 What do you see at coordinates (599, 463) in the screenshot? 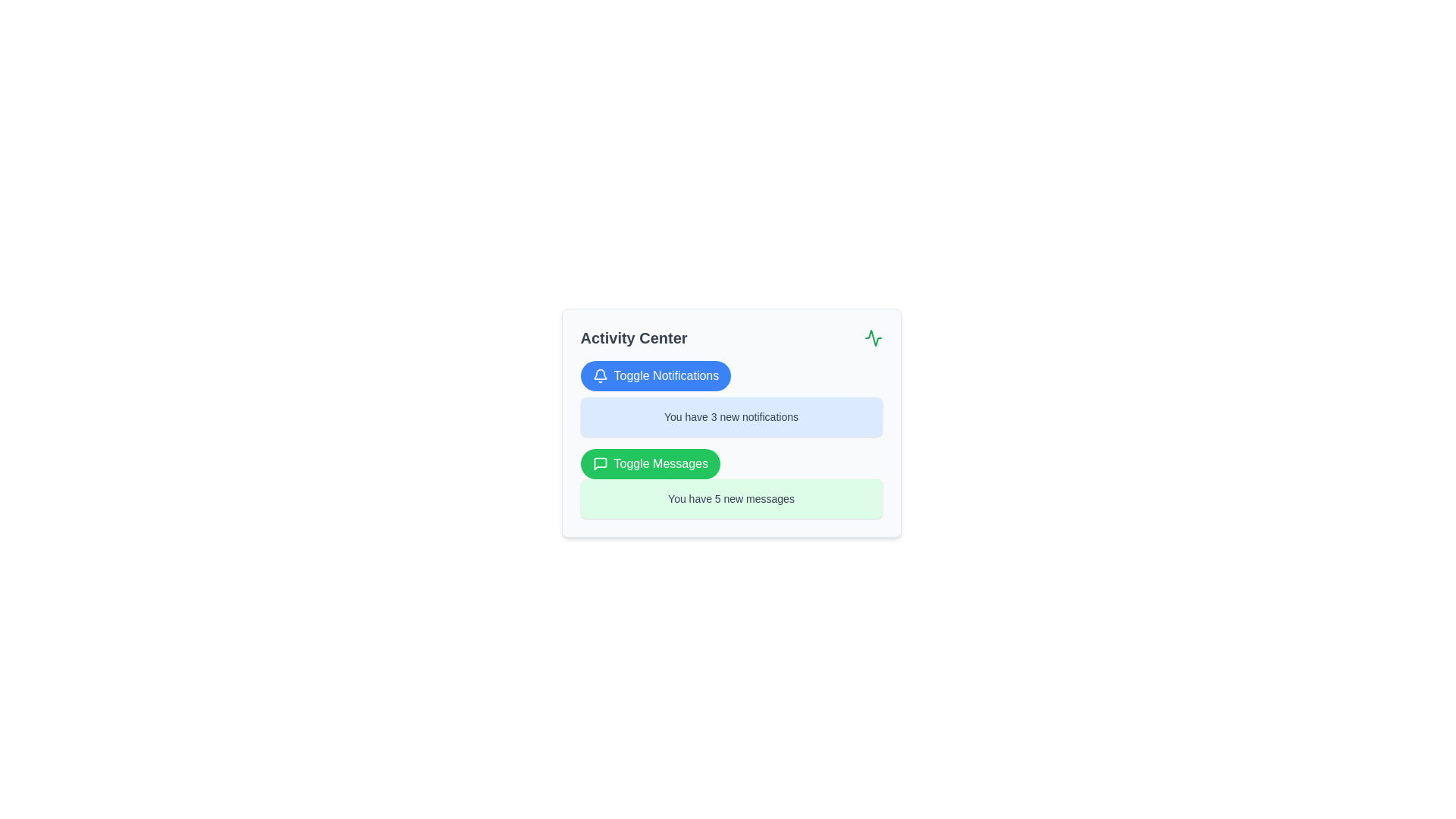
I see `the speech bubble icon inside the green 'Toggle Messages' button, which indicates communication or messaging` at bounding box center [599, 463].